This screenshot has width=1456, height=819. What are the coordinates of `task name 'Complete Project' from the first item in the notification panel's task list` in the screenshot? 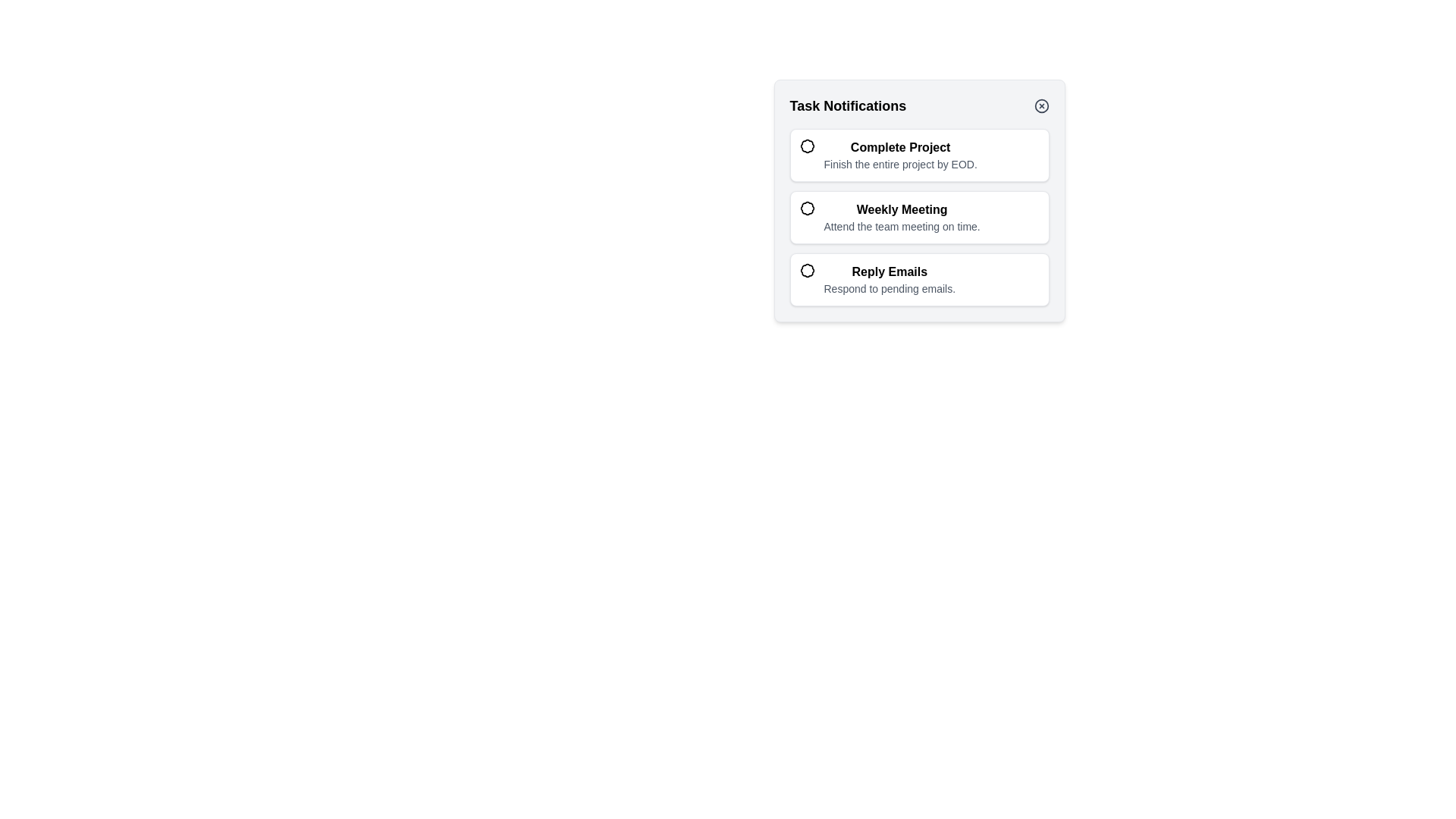 It's located at (900, 155).